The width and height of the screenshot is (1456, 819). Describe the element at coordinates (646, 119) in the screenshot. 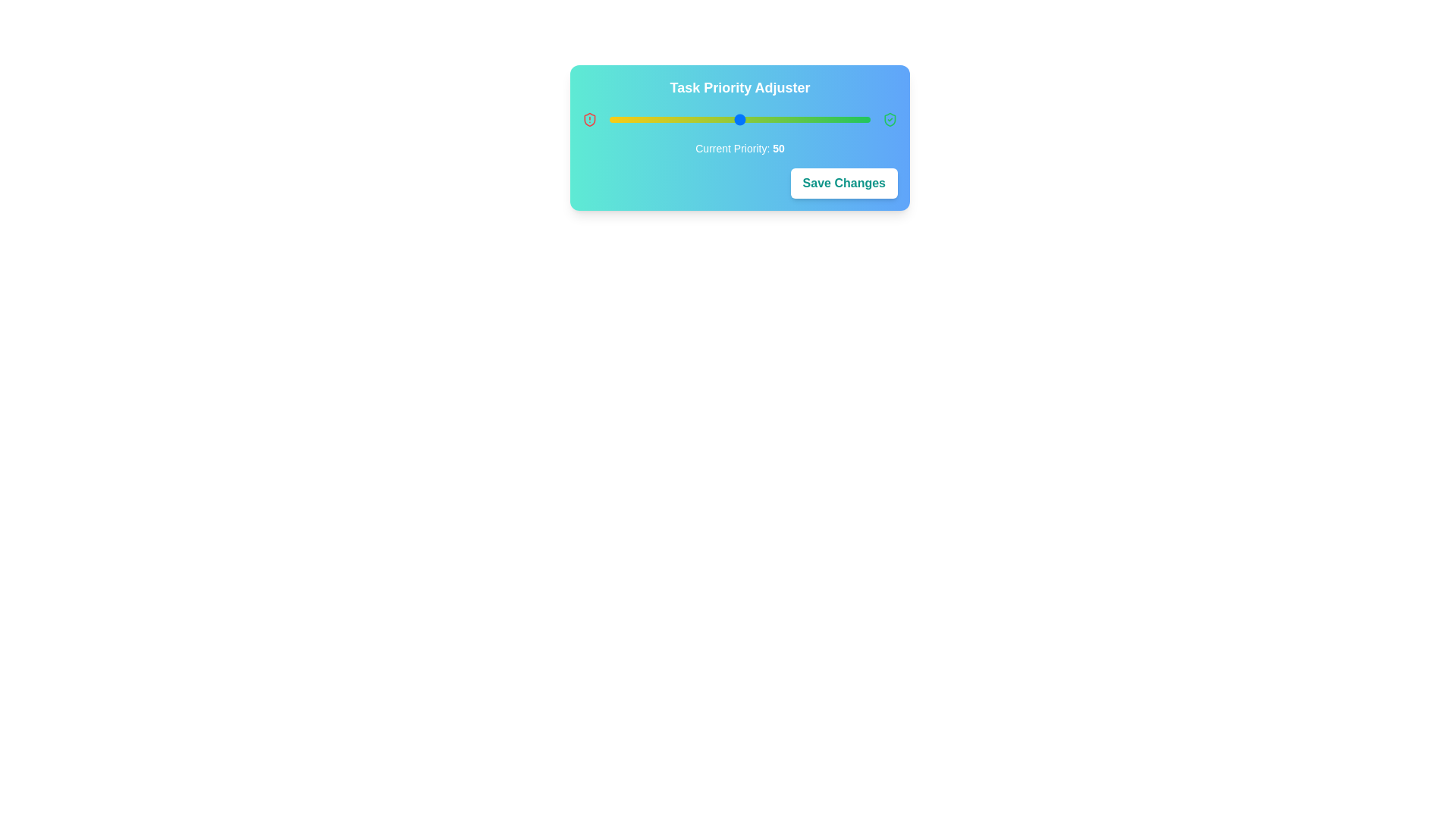

I see `the priority slider to 14 by clicking on the slider track` at that location.